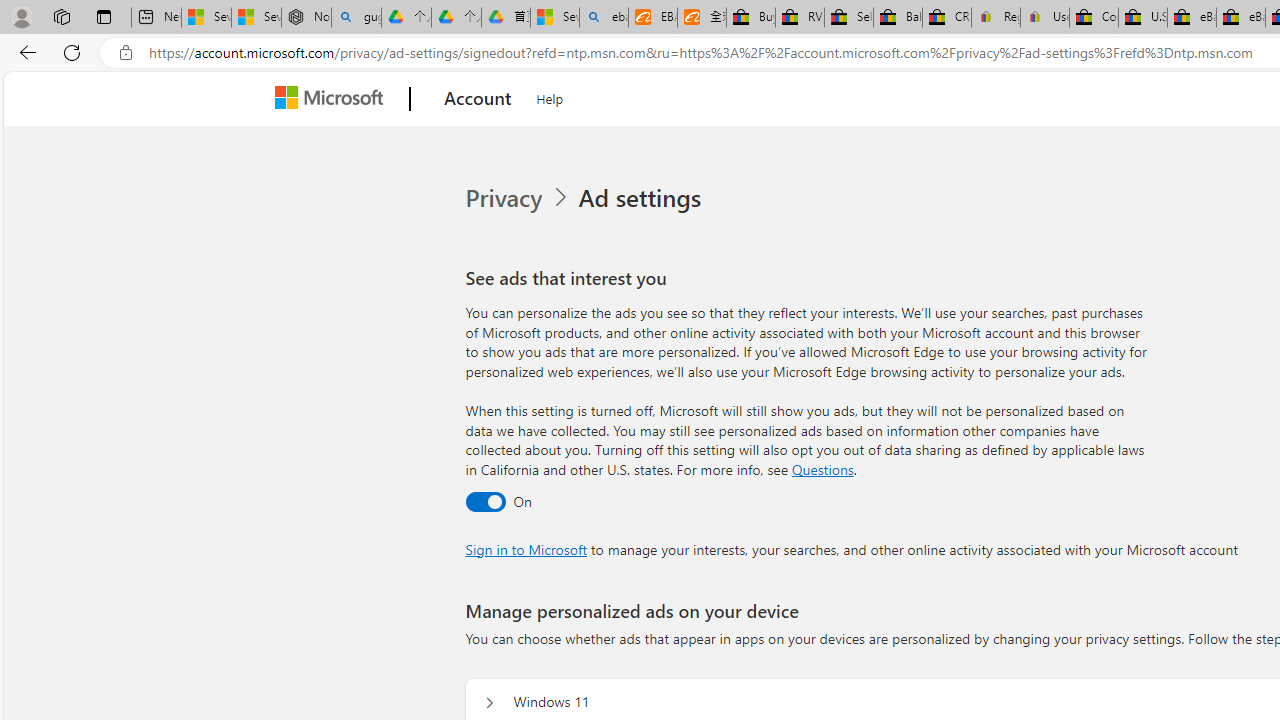  I want to click on 'Baby Keepsakes & Announcements for sale | eBay', so click(896, 17).